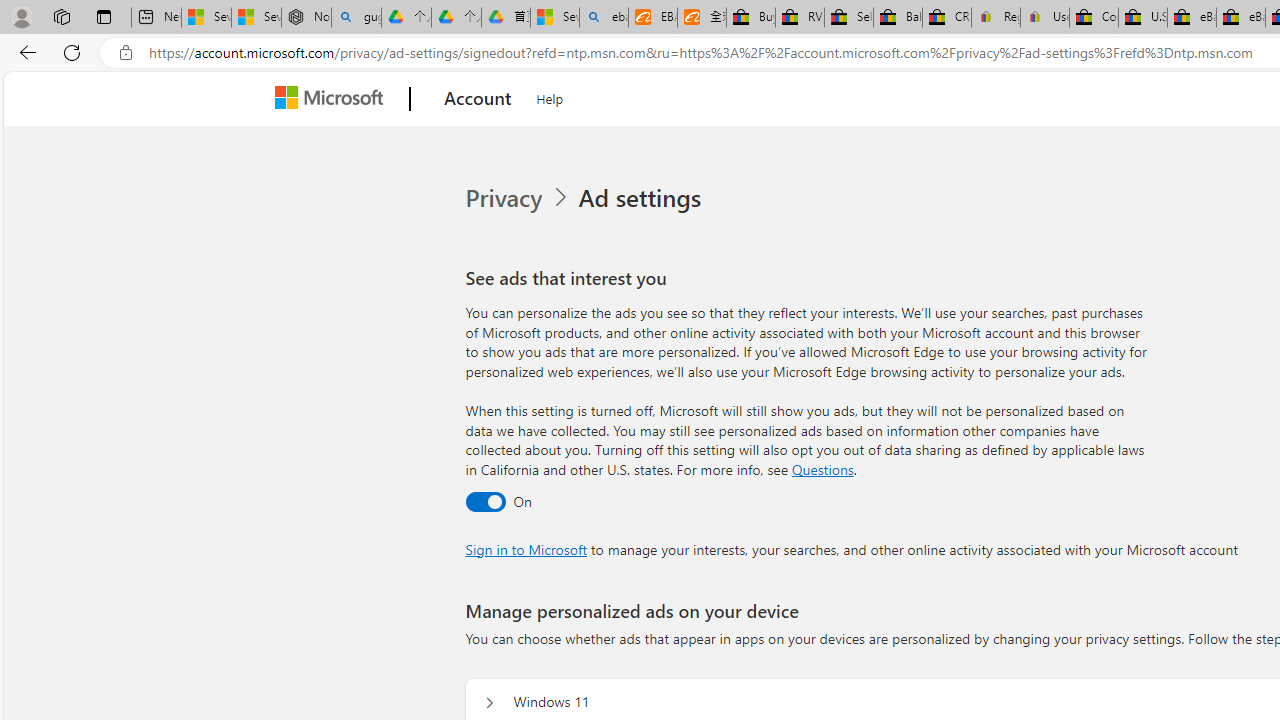  I want to click on 'Baby Keepsakes & Announcements for sale | eBay', so click(896, 17).